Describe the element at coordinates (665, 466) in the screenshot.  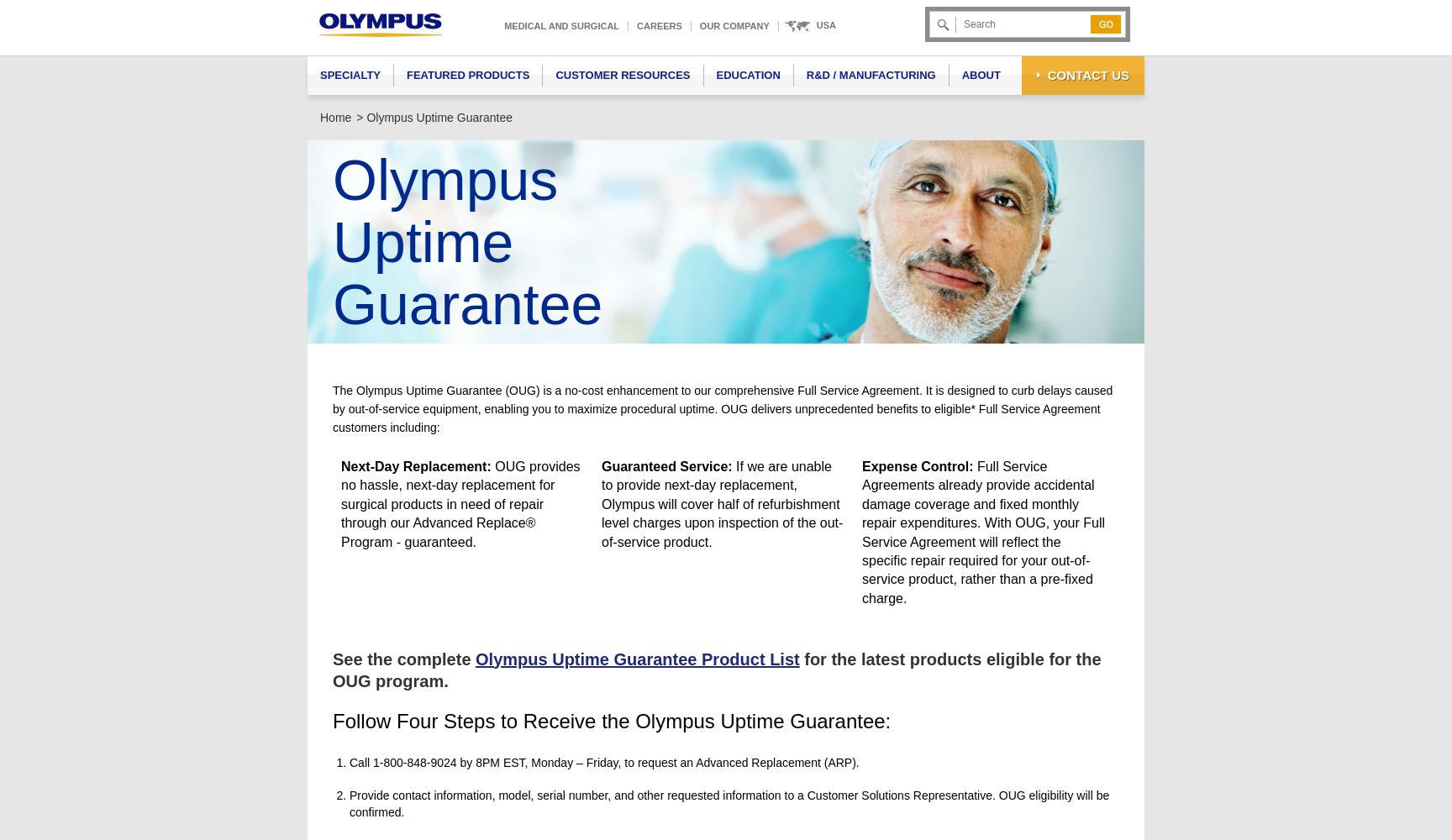
I see `'Guaranteed Service:'` at that location.